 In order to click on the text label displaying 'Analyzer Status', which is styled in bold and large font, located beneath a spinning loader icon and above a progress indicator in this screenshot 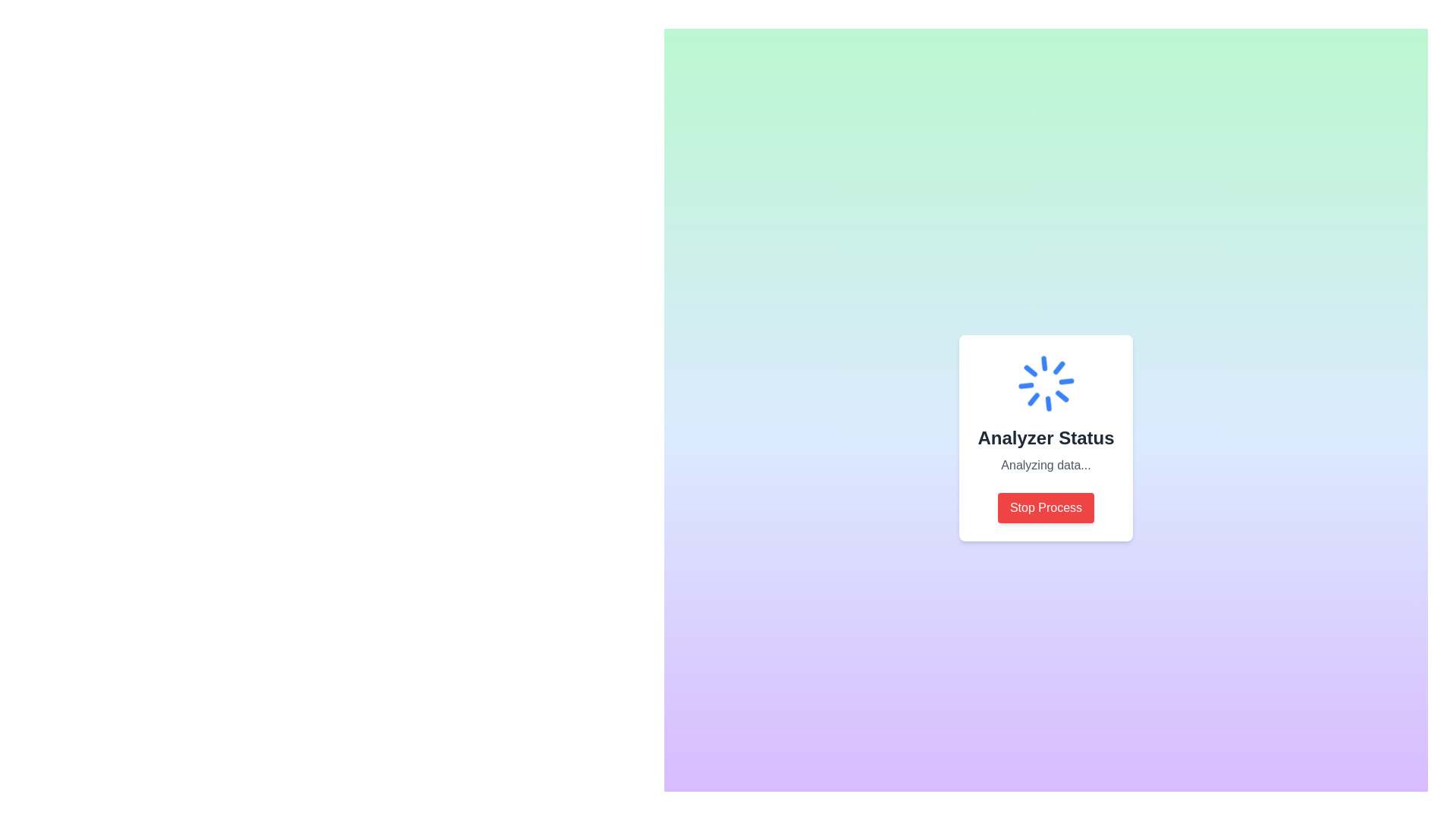, I will do `click(1045, 438)`.